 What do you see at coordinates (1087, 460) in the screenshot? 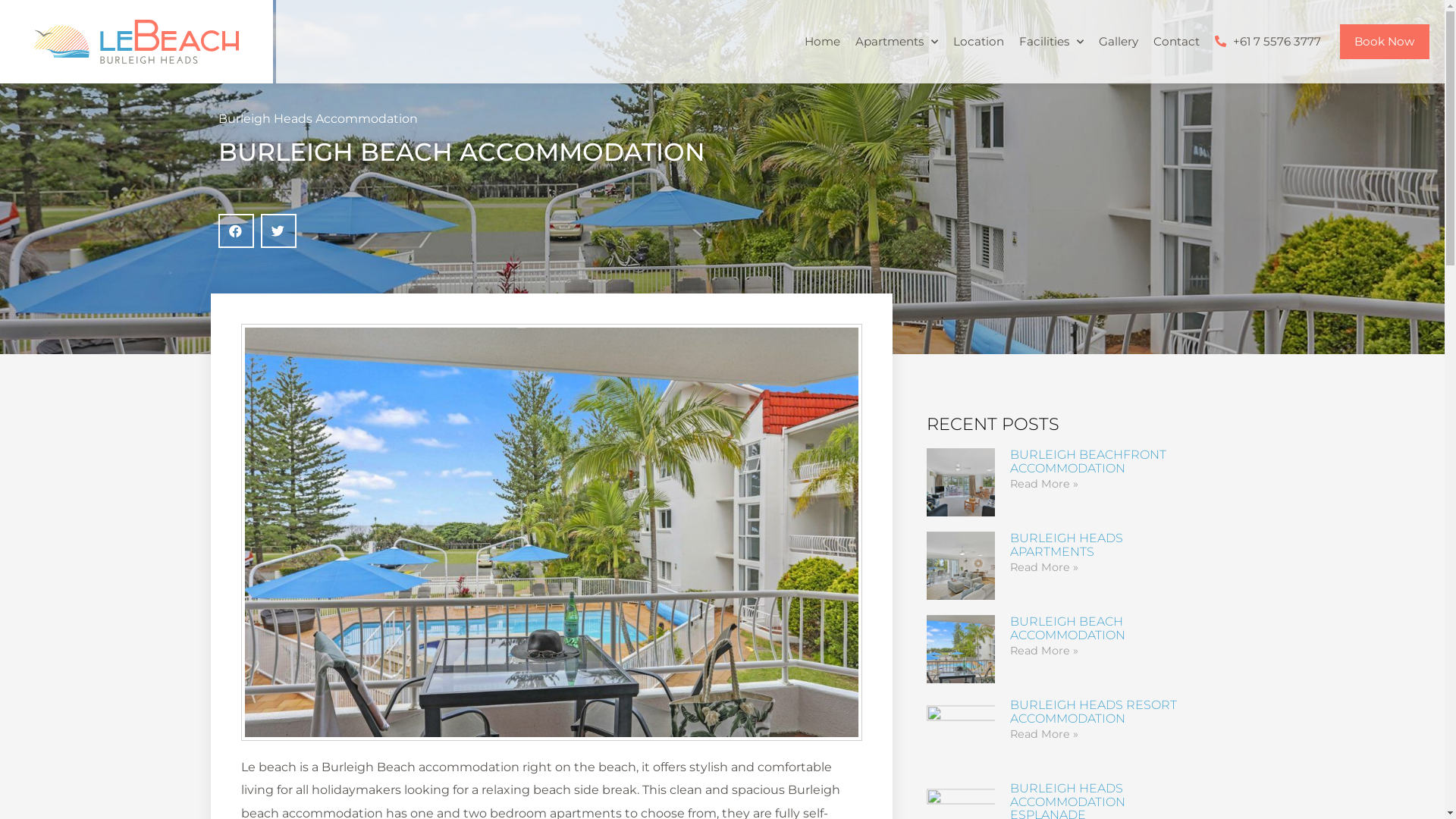
I see `'BURLEIGH BEACHFRONT ACCOMMODATION'` at bounding box center [1087, 460].